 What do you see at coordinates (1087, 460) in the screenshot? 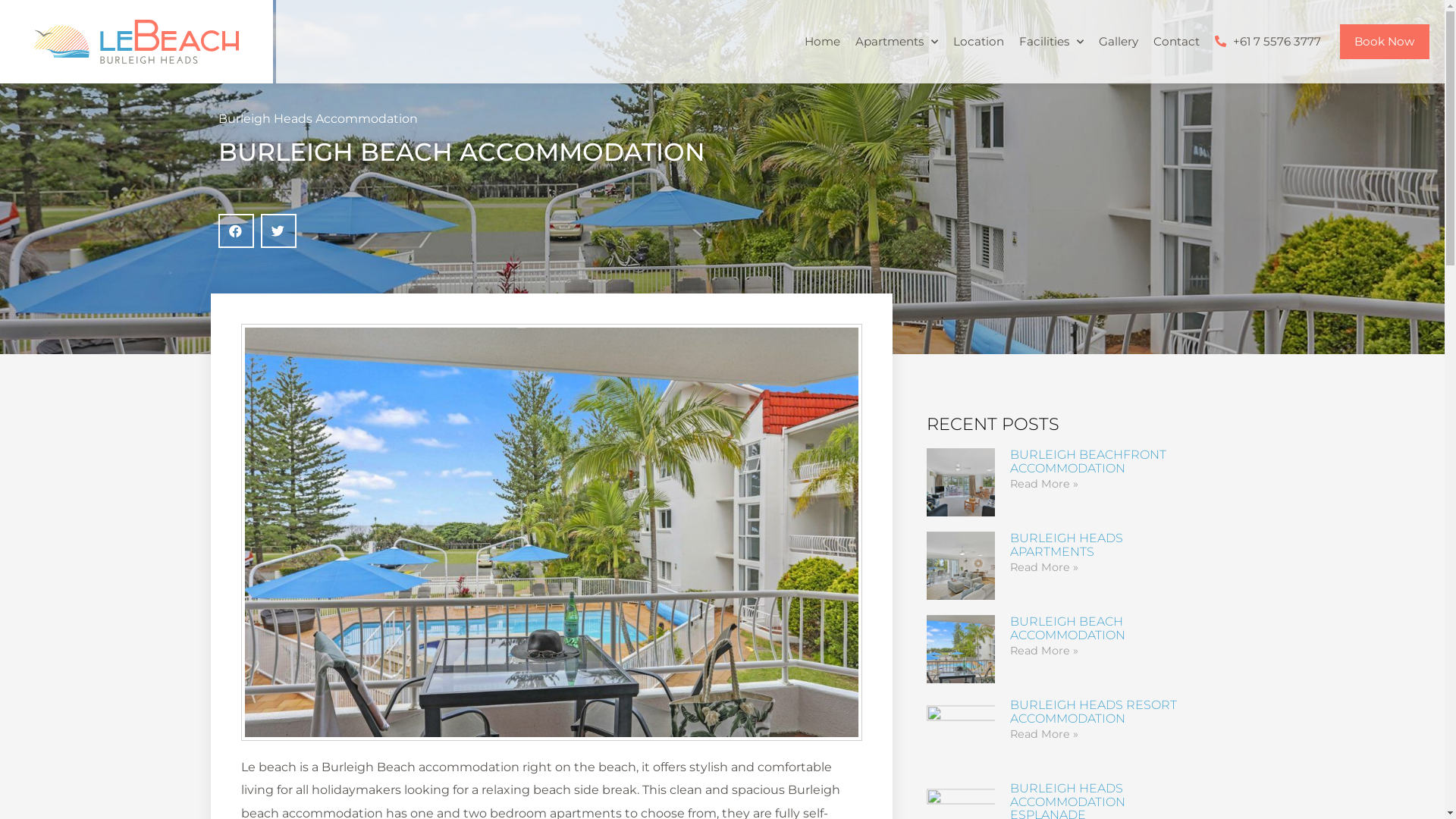
I see `'BURLEIGH BEACHFRONT ACCOMMODATION'` at bounding box center [1087, 460].